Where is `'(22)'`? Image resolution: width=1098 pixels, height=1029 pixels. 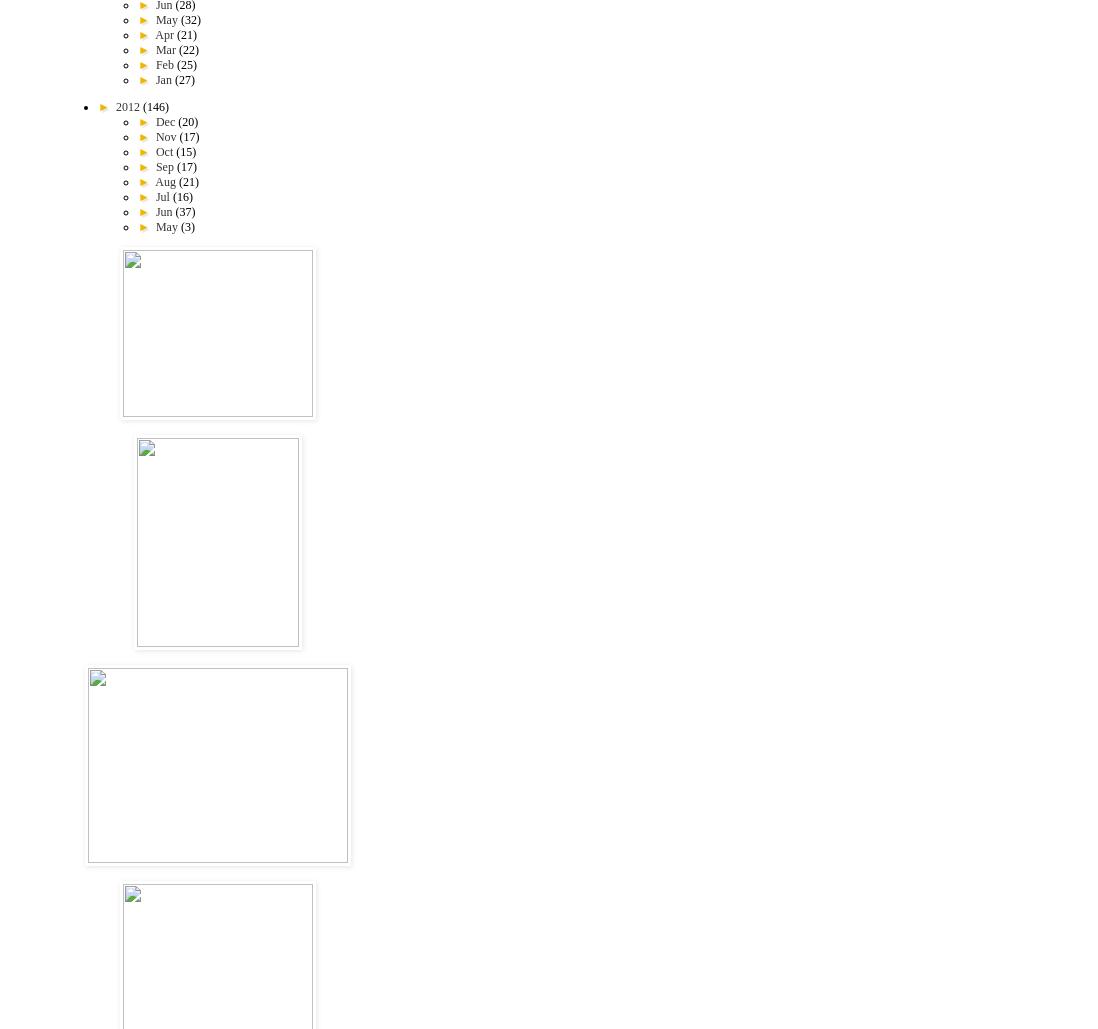
'(22)' is located at coordinates (177, 50).